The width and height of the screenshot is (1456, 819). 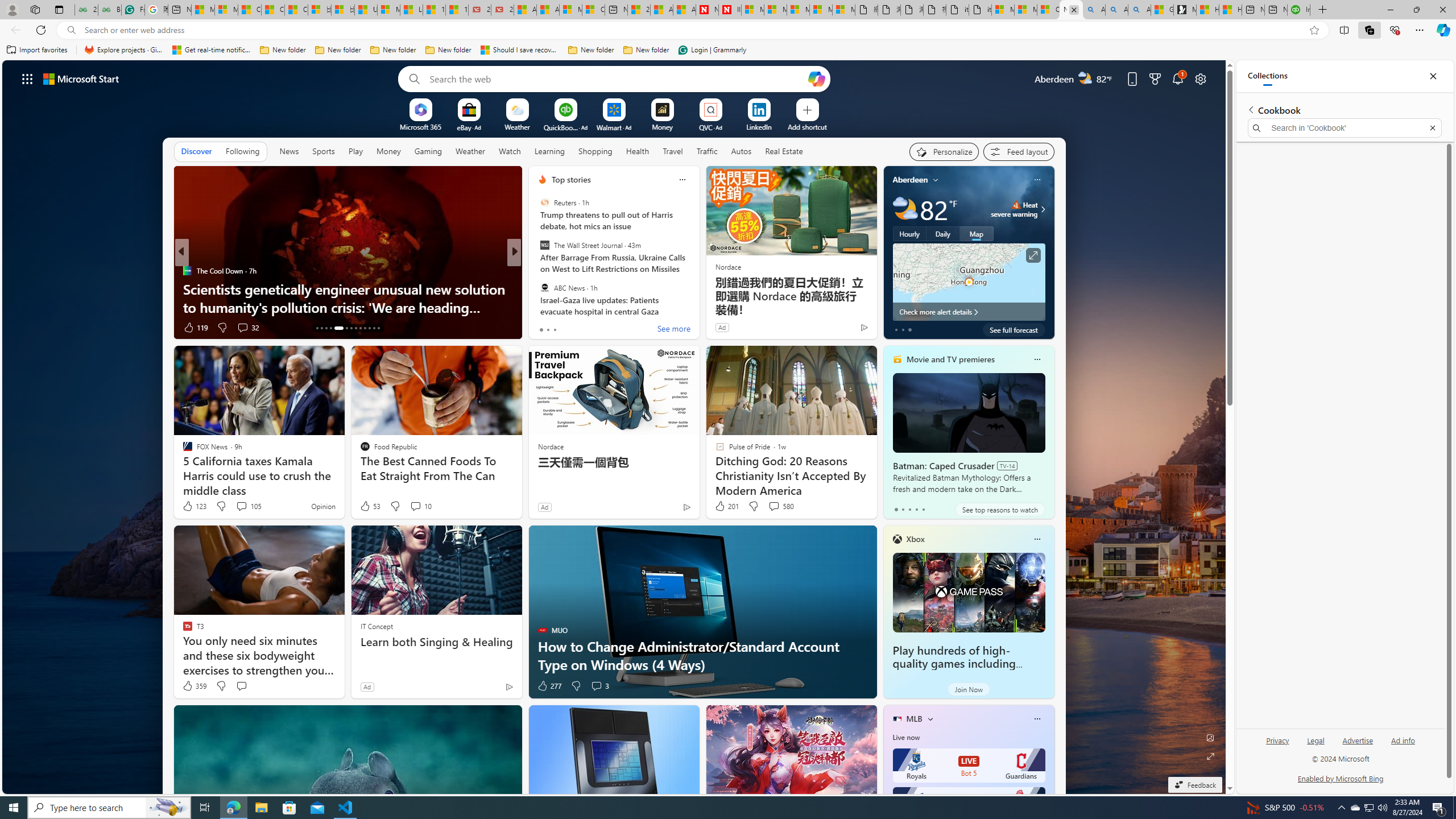 What do you see at coordinates (369, 328) in the screenshot?
I see `'AutomationID: tab-23'` at bounding box center [369, 328].